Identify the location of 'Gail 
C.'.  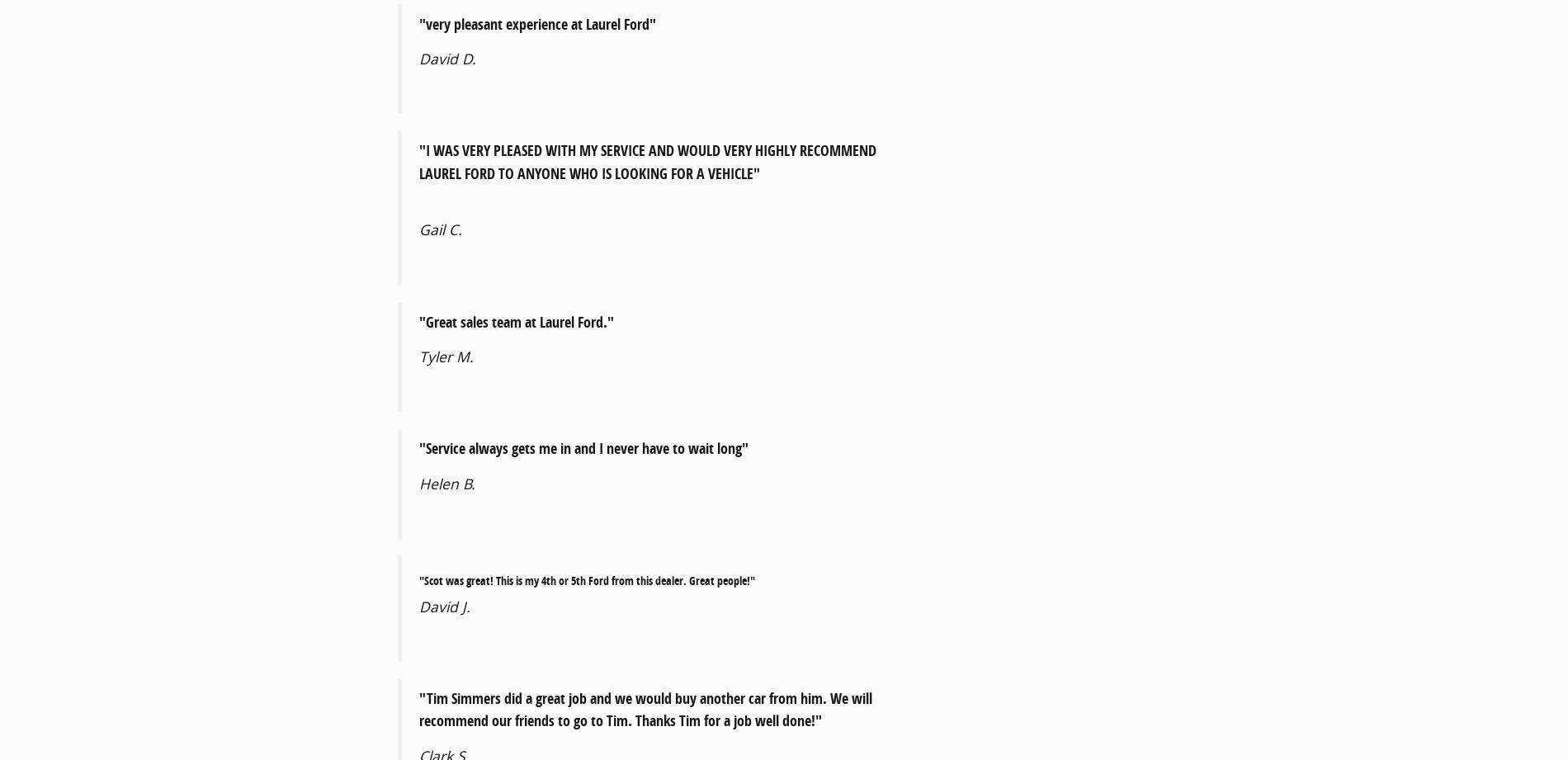
(441, 229).